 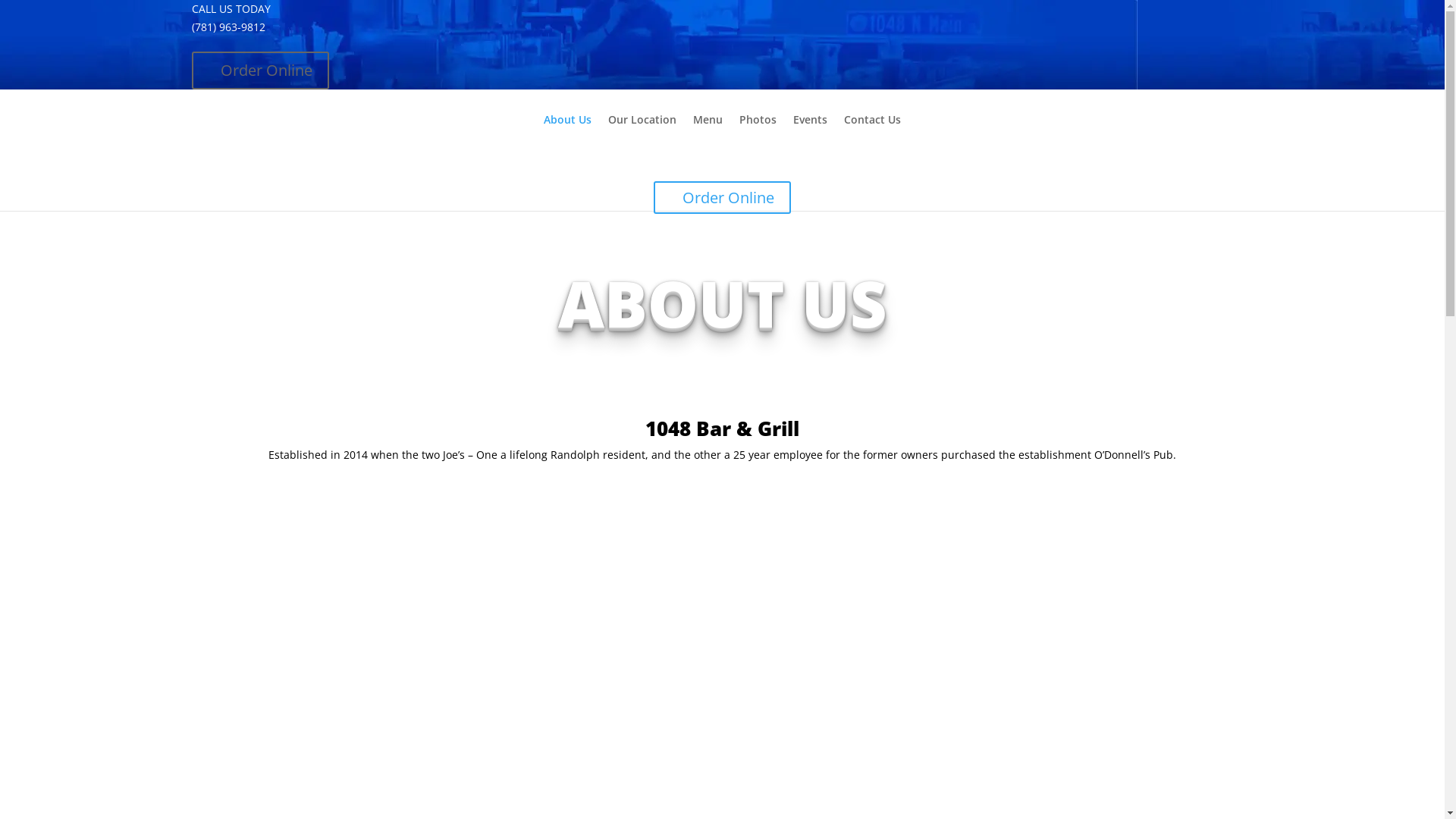 I want to click on 'About Us', so click(x=566, y=131).